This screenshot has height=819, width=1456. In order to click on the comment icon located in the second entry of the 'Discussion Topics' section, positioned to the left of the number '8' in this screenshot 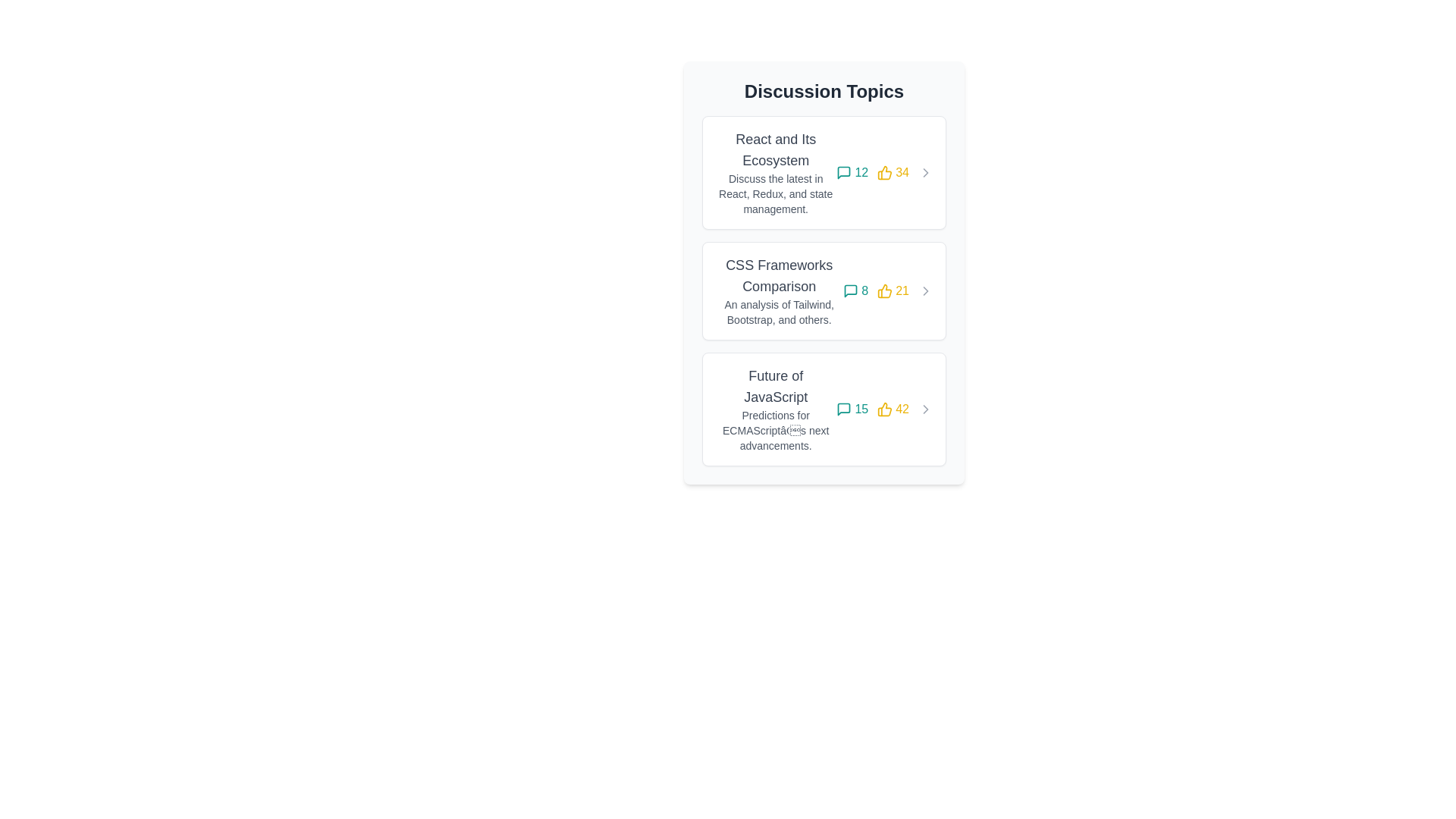, I will do `click(851, 291)`.